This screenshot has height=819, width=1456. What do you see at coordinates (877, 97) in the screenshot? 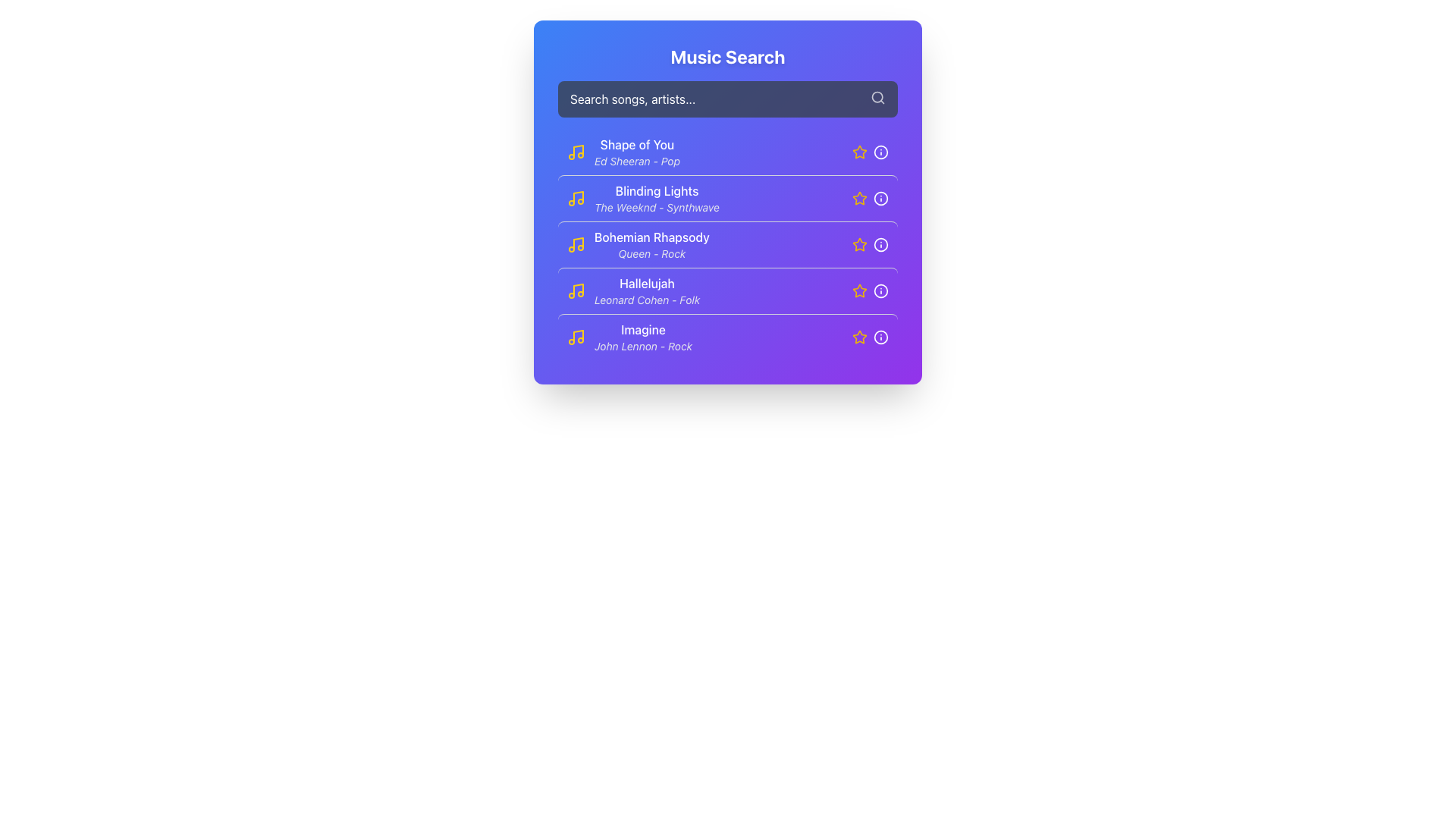
I see `the search icon located at the top-right corner of the search bar to initiate the search action` at bounding box center [877, 97].